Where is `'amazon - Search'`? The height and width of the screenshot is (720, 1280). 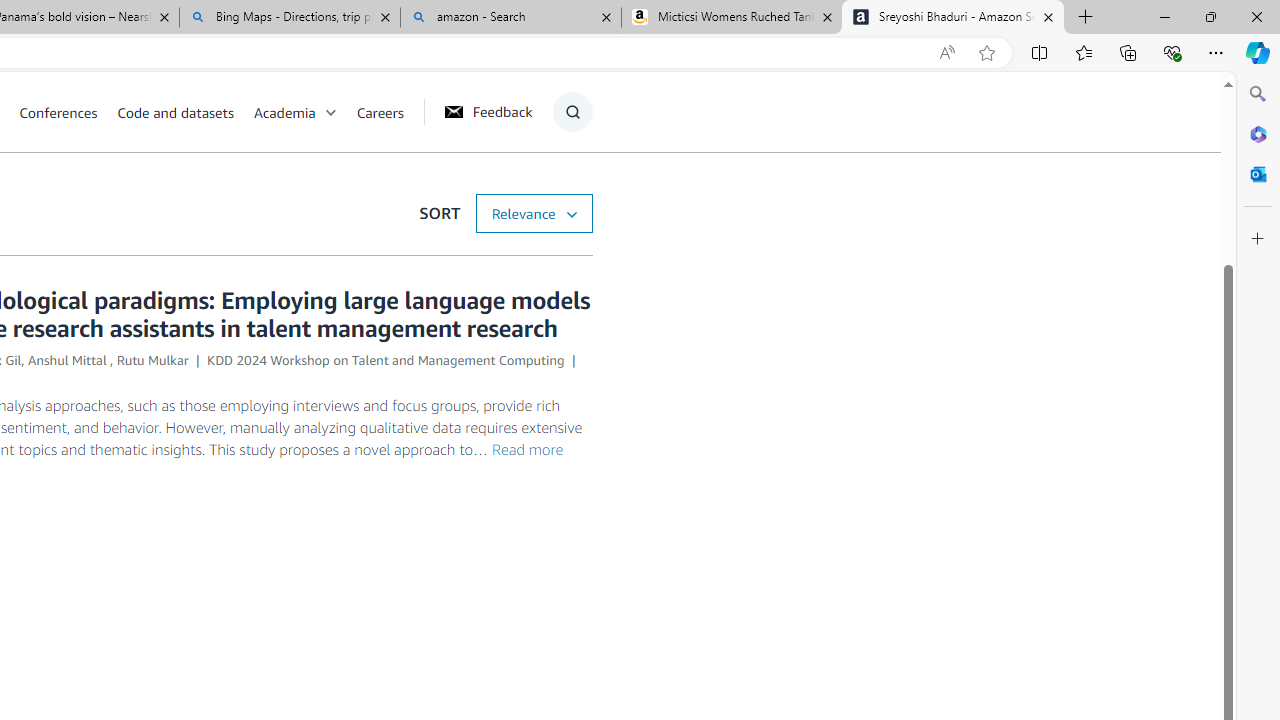
'amazon - Search' is located at coordinates (510, 17).